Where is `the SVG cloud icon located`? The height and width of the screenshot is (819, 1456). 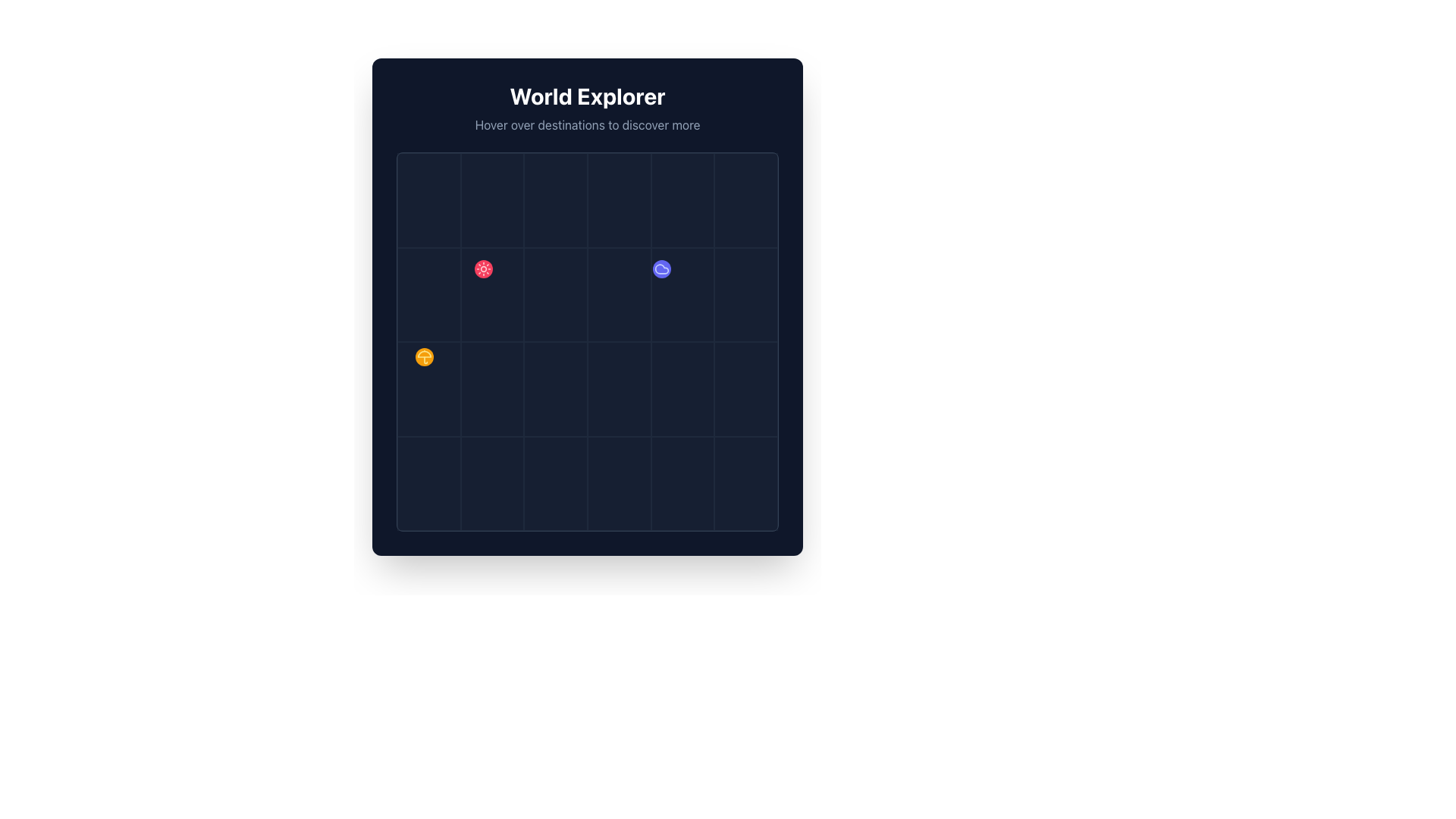 the SVG cloud icon located is located at coordinates (662, 268).